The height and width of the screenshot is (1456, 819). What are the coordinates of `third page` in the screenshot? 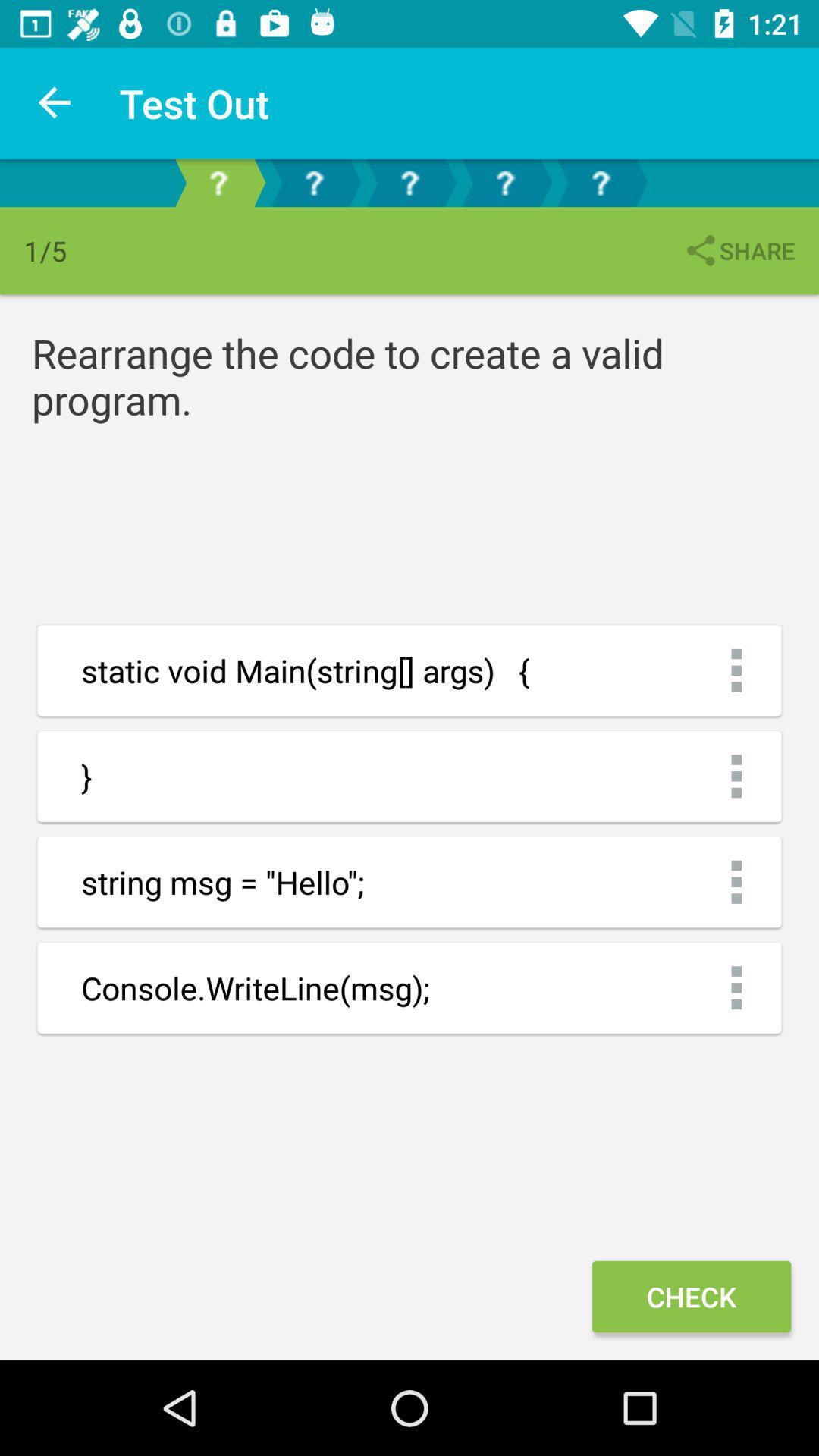 It's located at (409, 182).